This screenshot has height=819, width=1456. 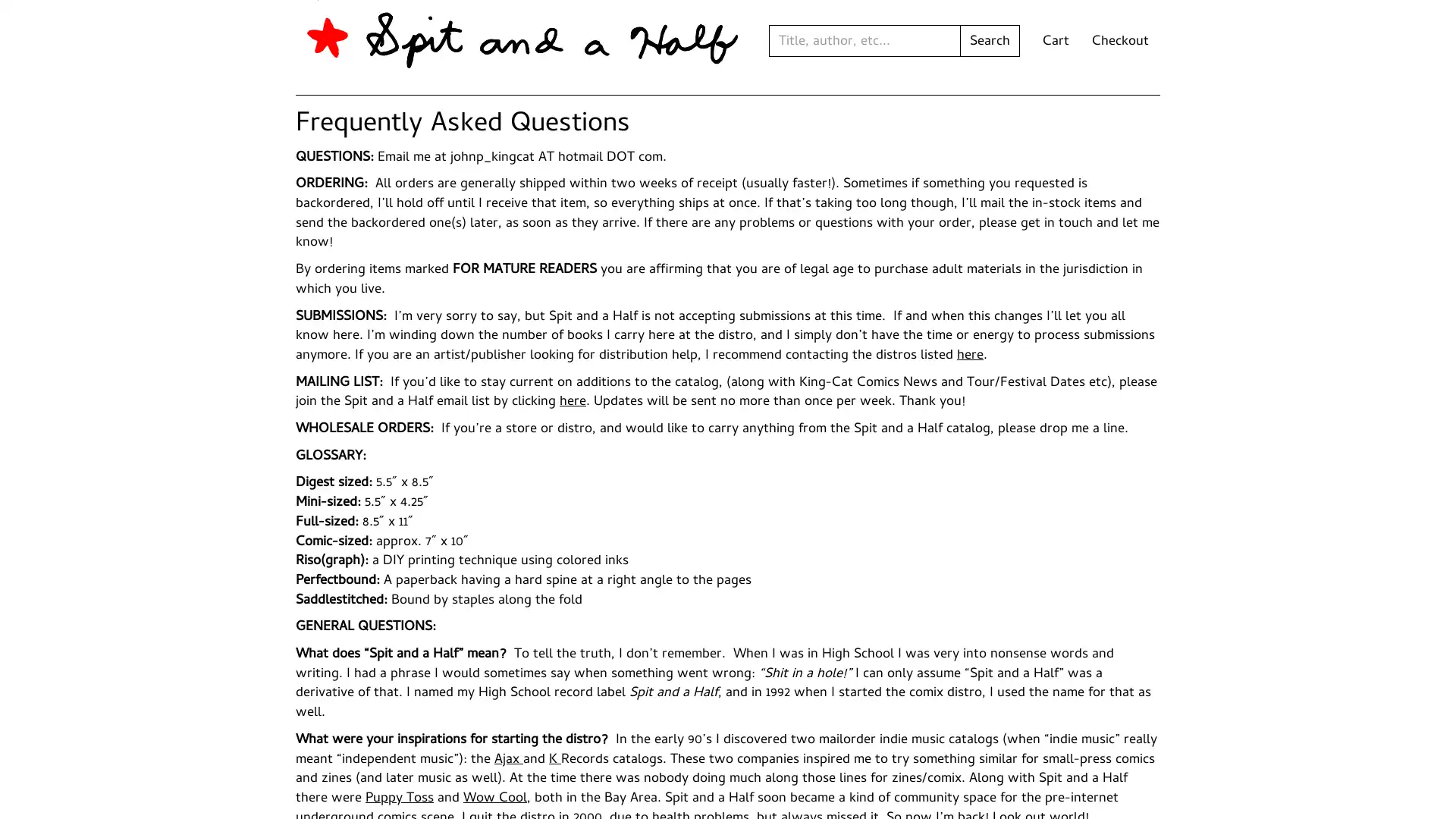 What do you see at coordinates (990, 40) in the screenshot?
I see `Search` at bounding box center [990, 40].